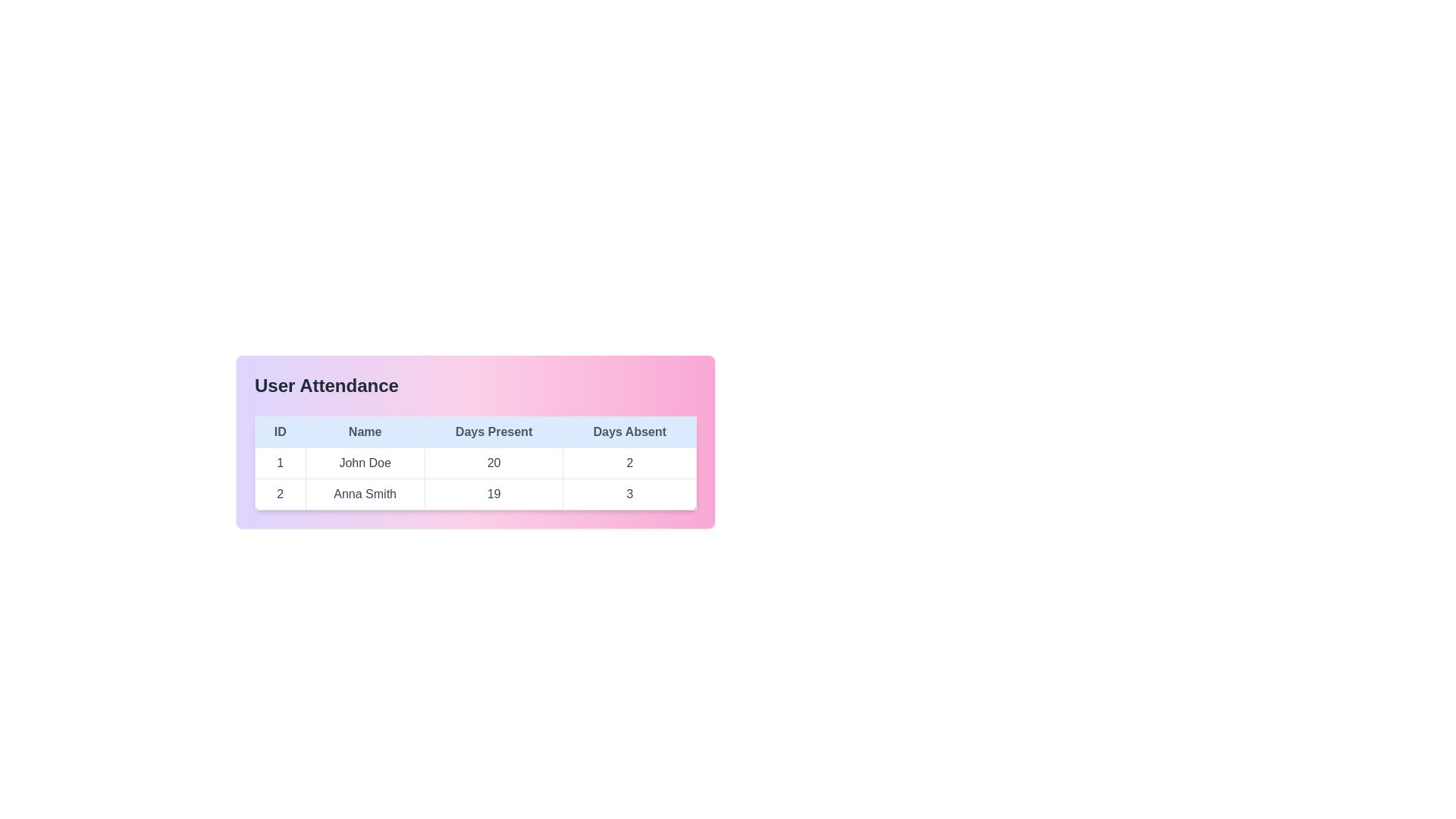 The image size is (1456, 819). What do you see at coordinates (494, 462) in the screenshot?
I see `the text display cell in the attendance table that shows the number of days present for 'John Doe', located in the third column of the first row under the 'Days Present' heading` at bounding box center [494, 462].